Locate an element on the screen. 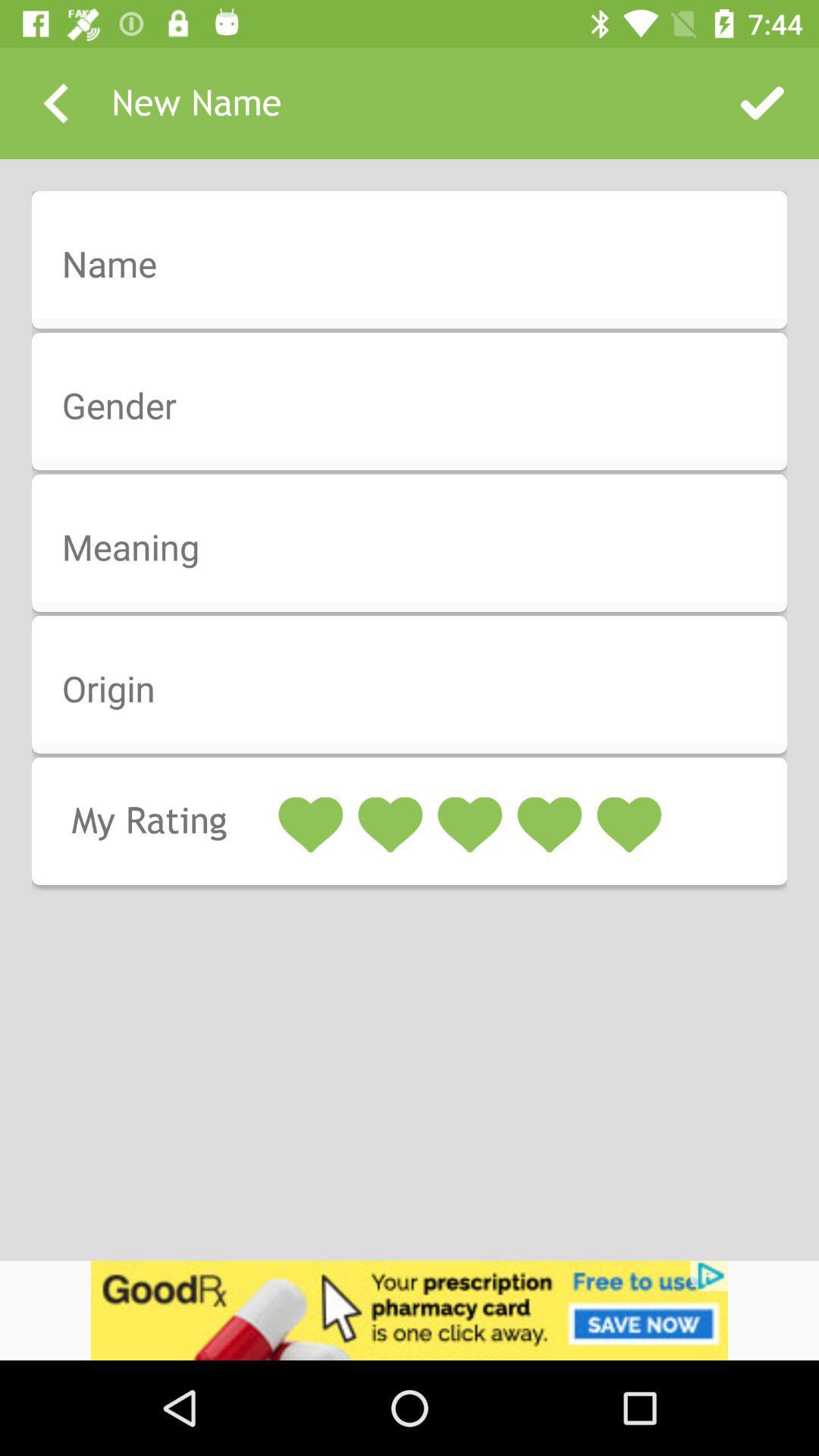 The image size is (819, 1456). click for word meaning is located at coordinates (419, 548).